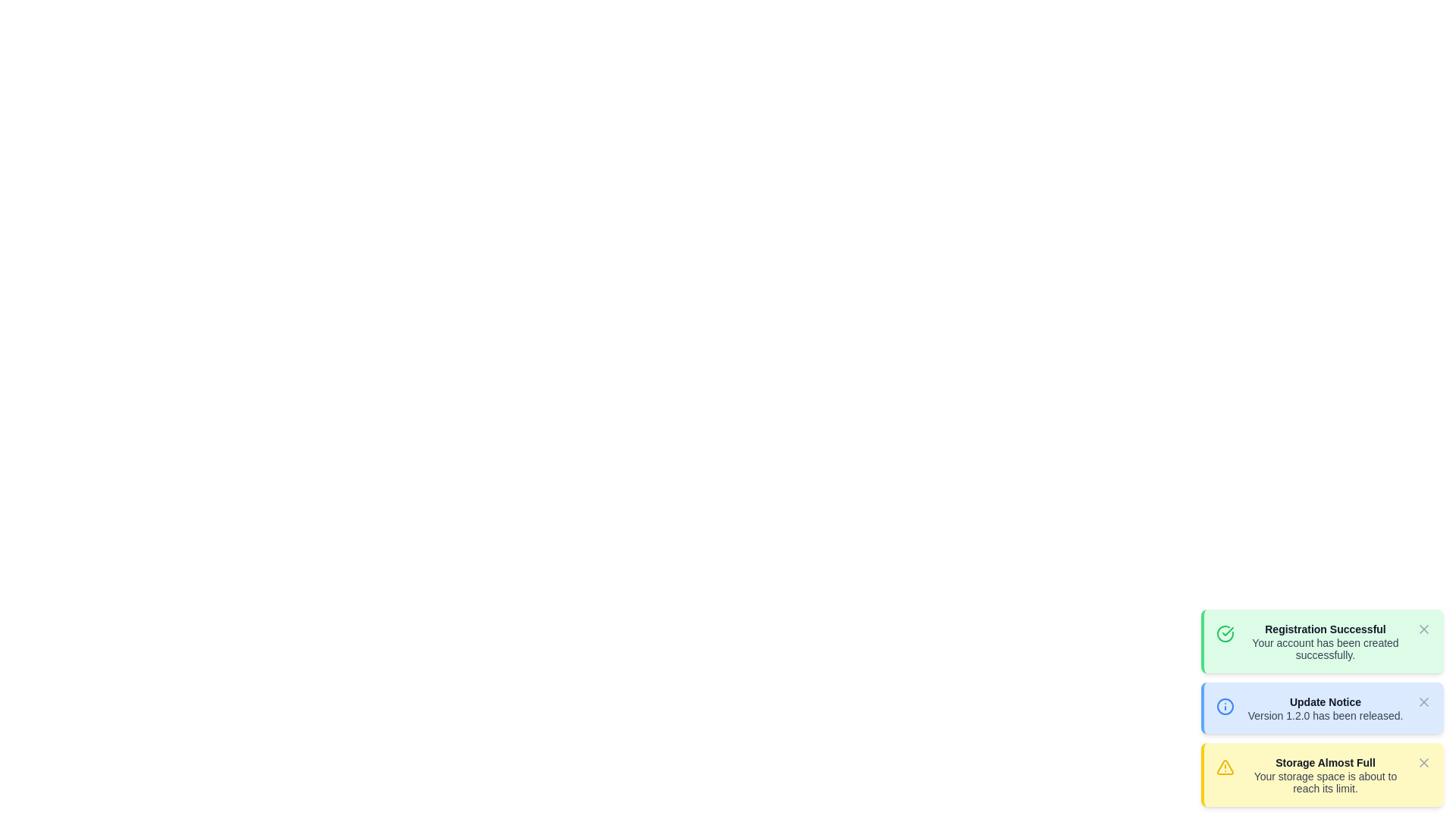  What do you see at coordinates (1324, 783) in the screenshot?
I see `text content 'Your storage space is about to reach its limit.' displayed in a smaller gray font within the yellow alert box, positioned below the bold text 'Storage Almost Full'` at bounding box center [1324, 783].